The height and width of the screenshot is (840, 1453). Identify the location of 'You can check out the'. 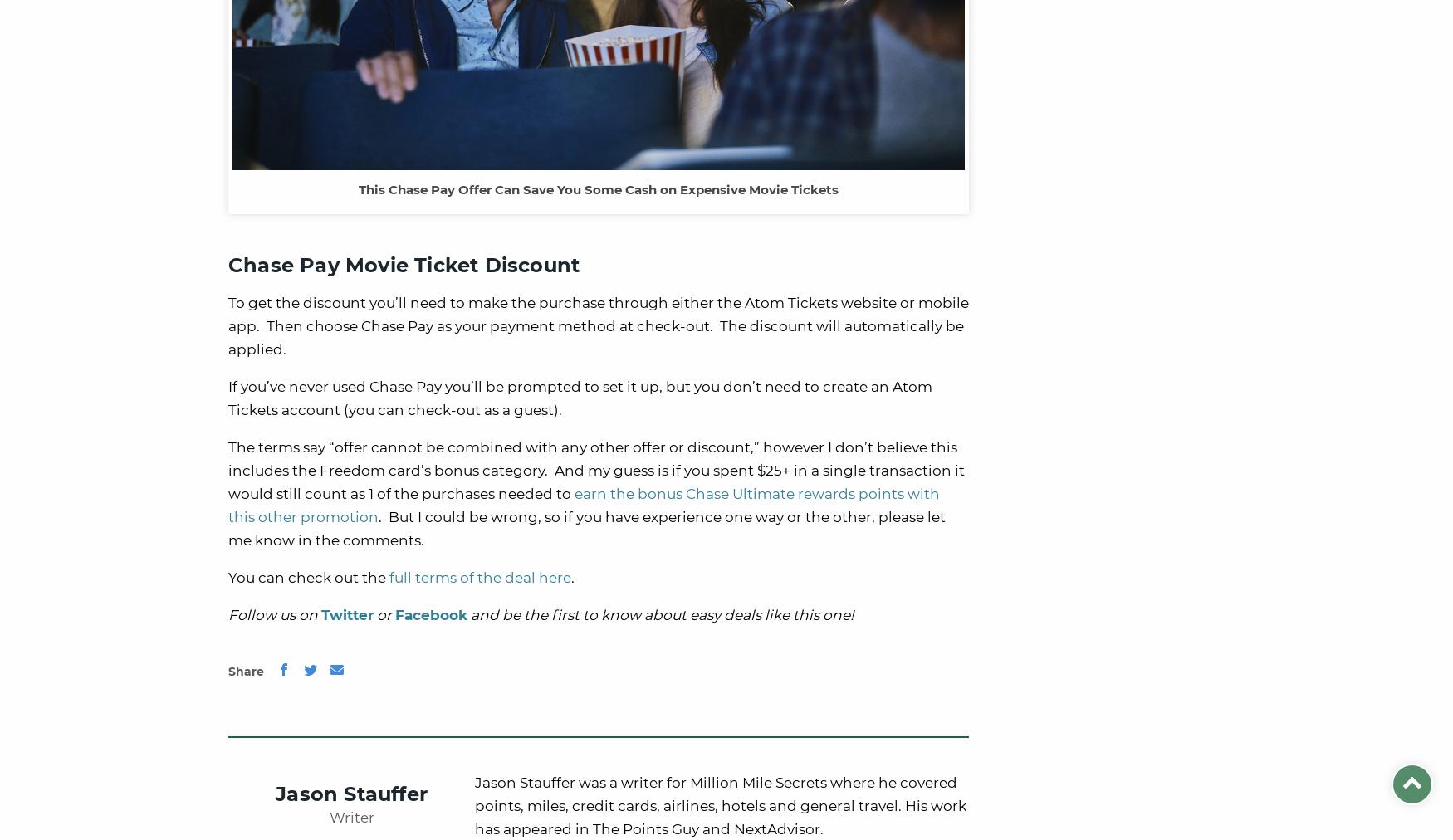
(309, 577).